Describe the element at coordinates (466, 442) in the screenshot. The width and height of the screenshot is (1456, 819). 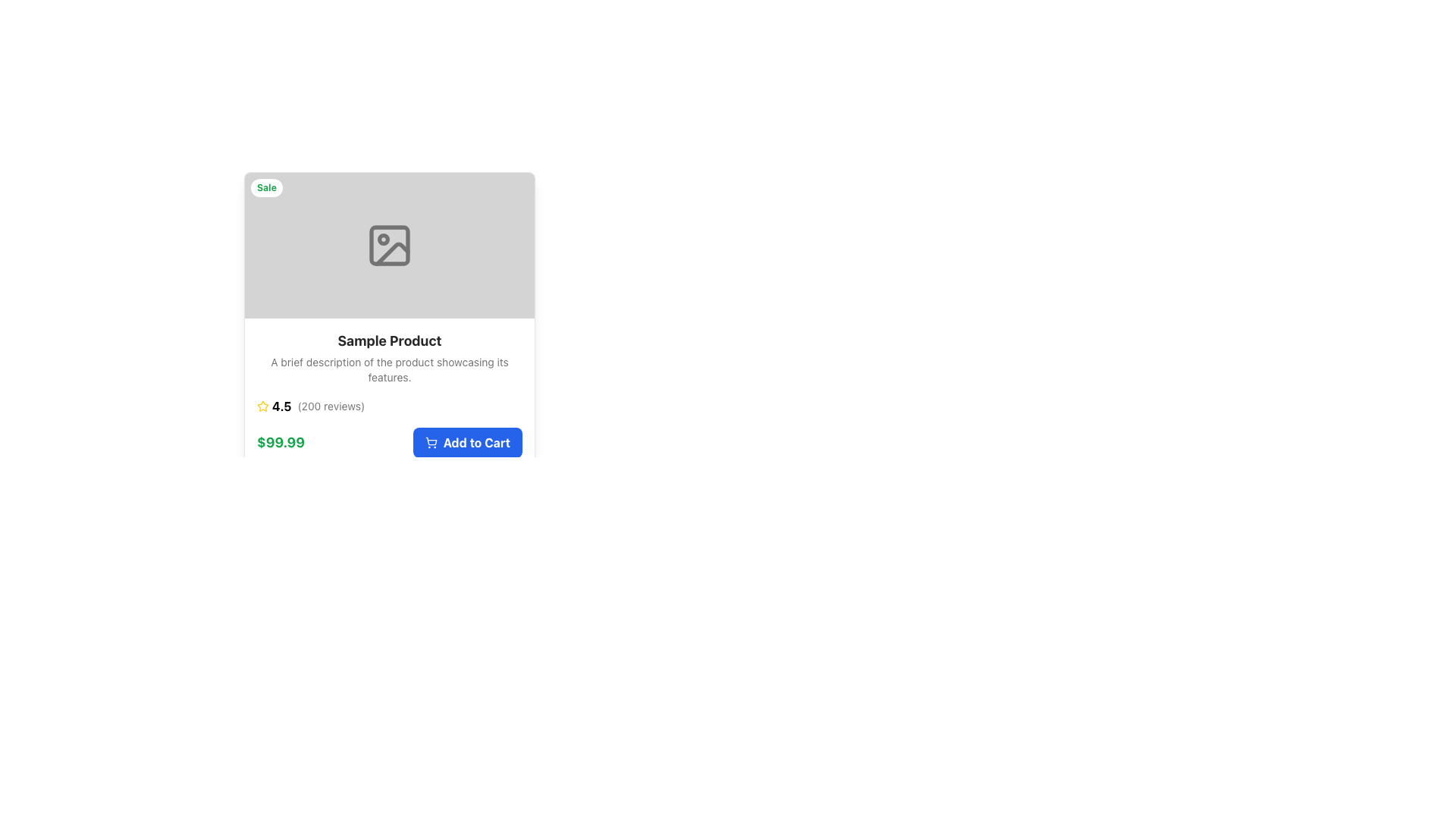
I see `the 'Add to Cart' button located at the bottom-right corner of the product display card` at that location.